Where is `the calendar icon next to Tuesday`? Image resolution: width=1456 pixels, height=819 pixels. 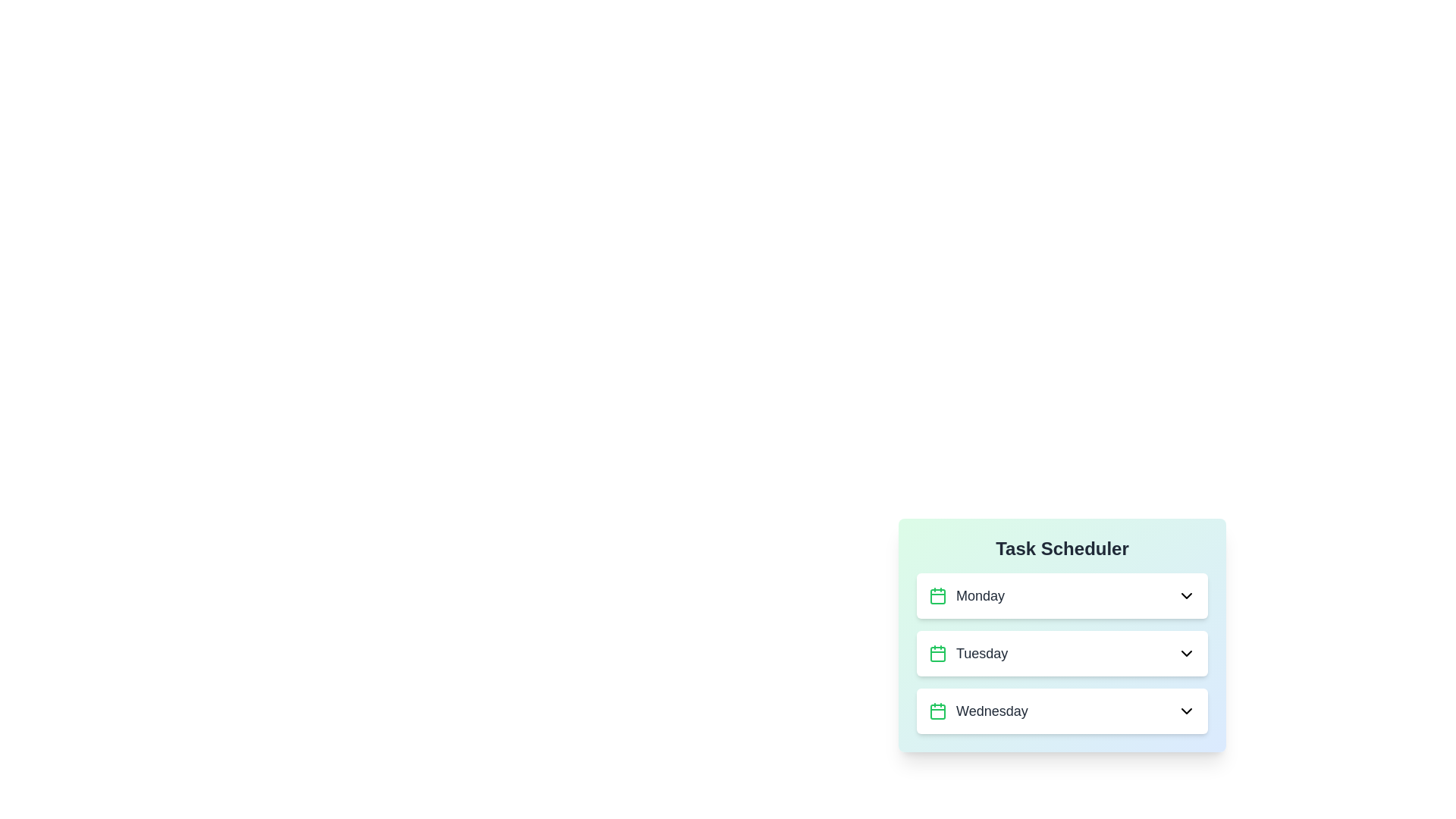
the calendar icon next to Tuesday is located at coordinates (937, 652).